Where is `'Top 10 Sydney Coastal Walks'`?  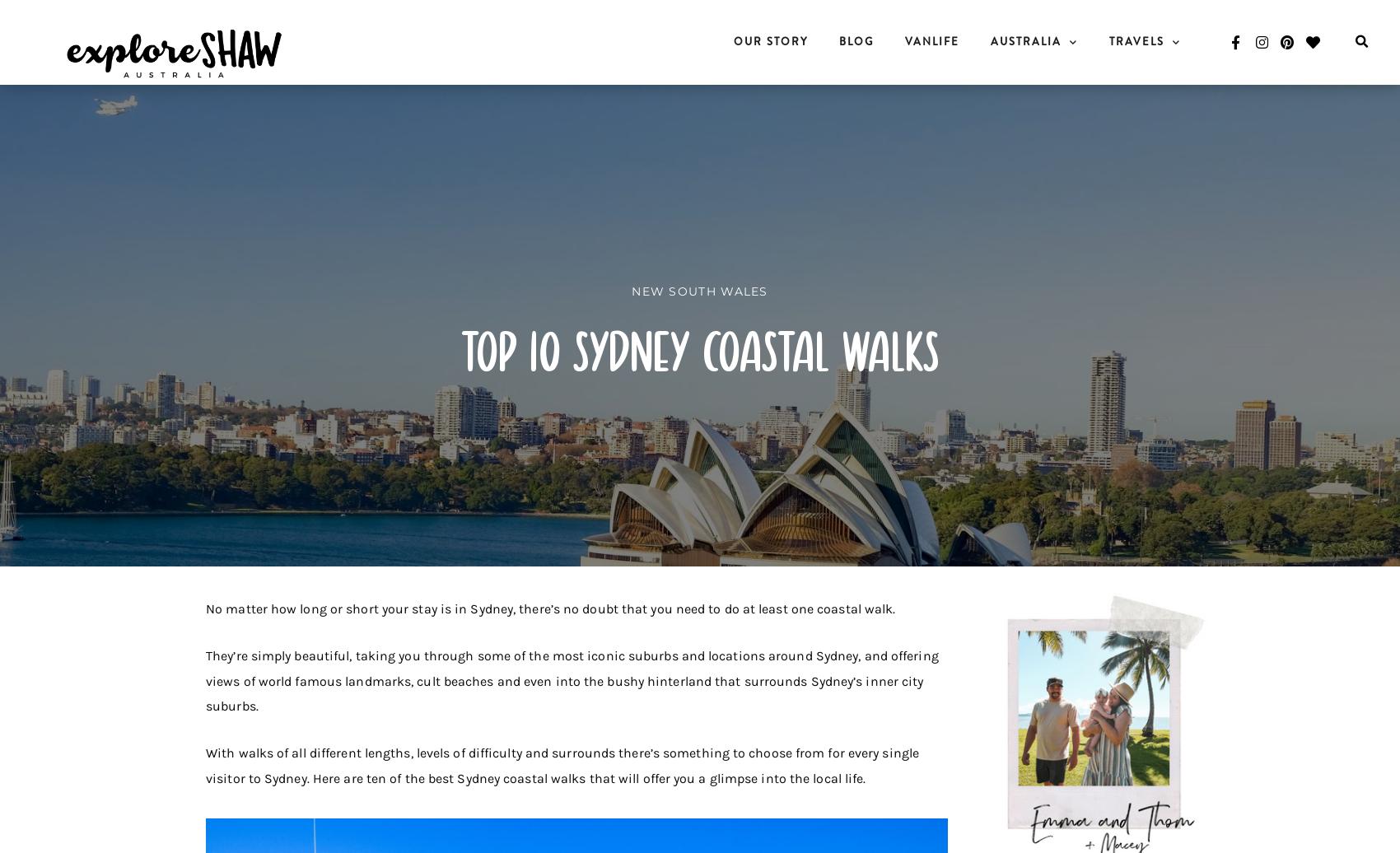
'Top 10 Sydney Coastal Walks' is located at coordinates (458, 347).